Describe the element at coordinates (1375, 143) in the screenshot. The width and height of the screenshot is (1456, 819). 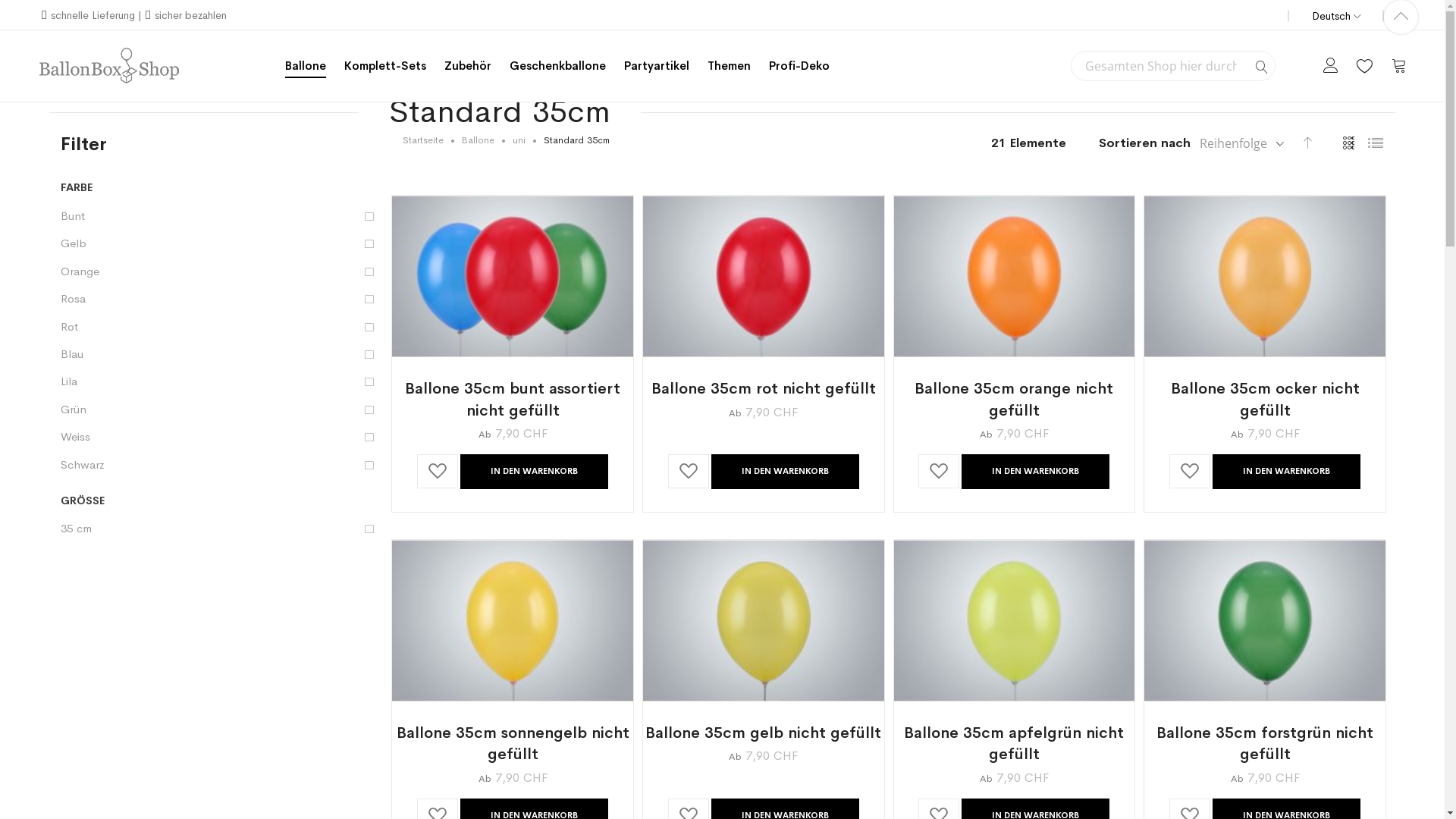
I see `'Liste'` at that location.